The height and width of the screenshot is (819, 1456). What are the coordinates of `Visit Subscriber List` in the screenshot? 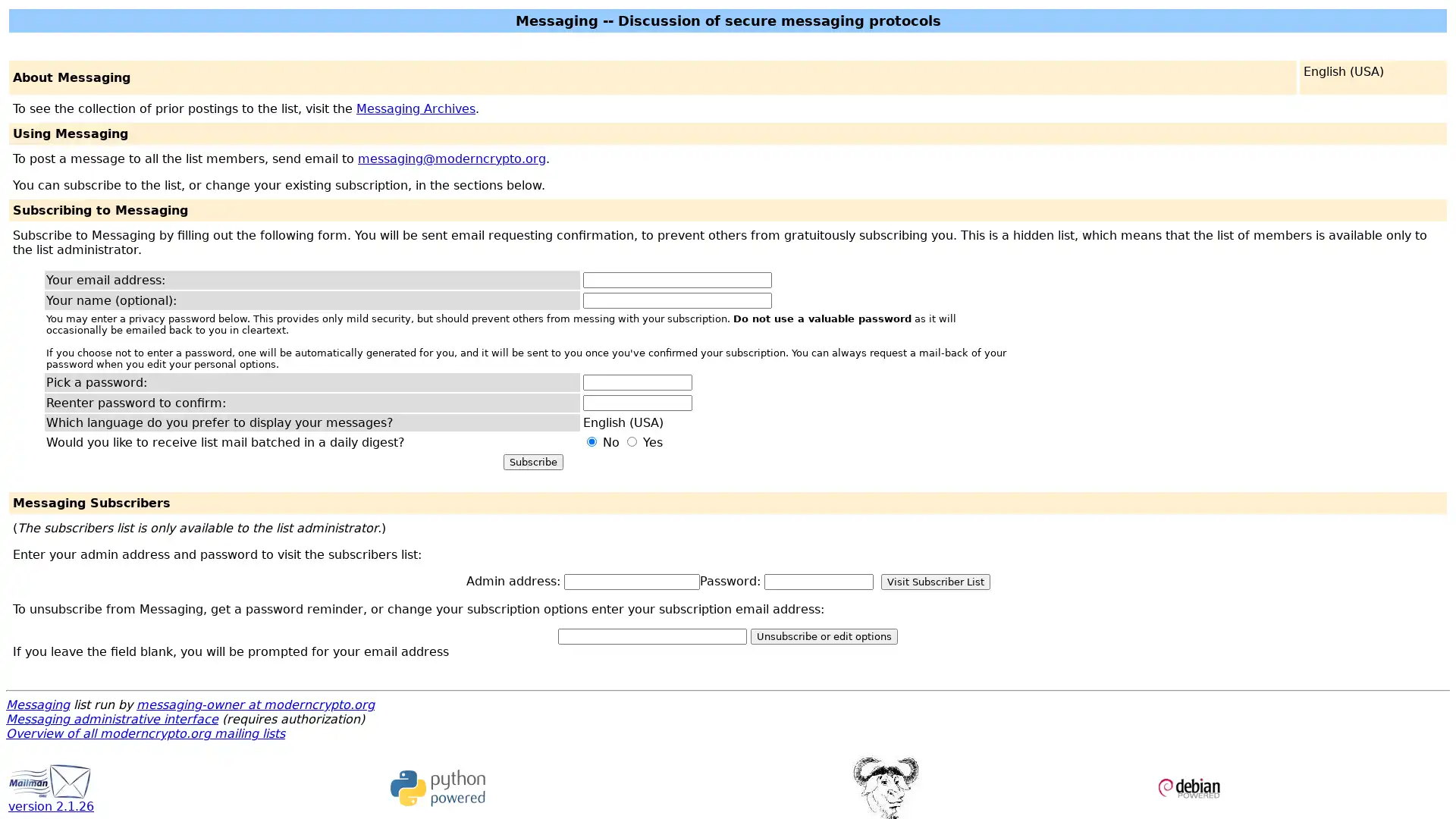 It's located at (934, 581).